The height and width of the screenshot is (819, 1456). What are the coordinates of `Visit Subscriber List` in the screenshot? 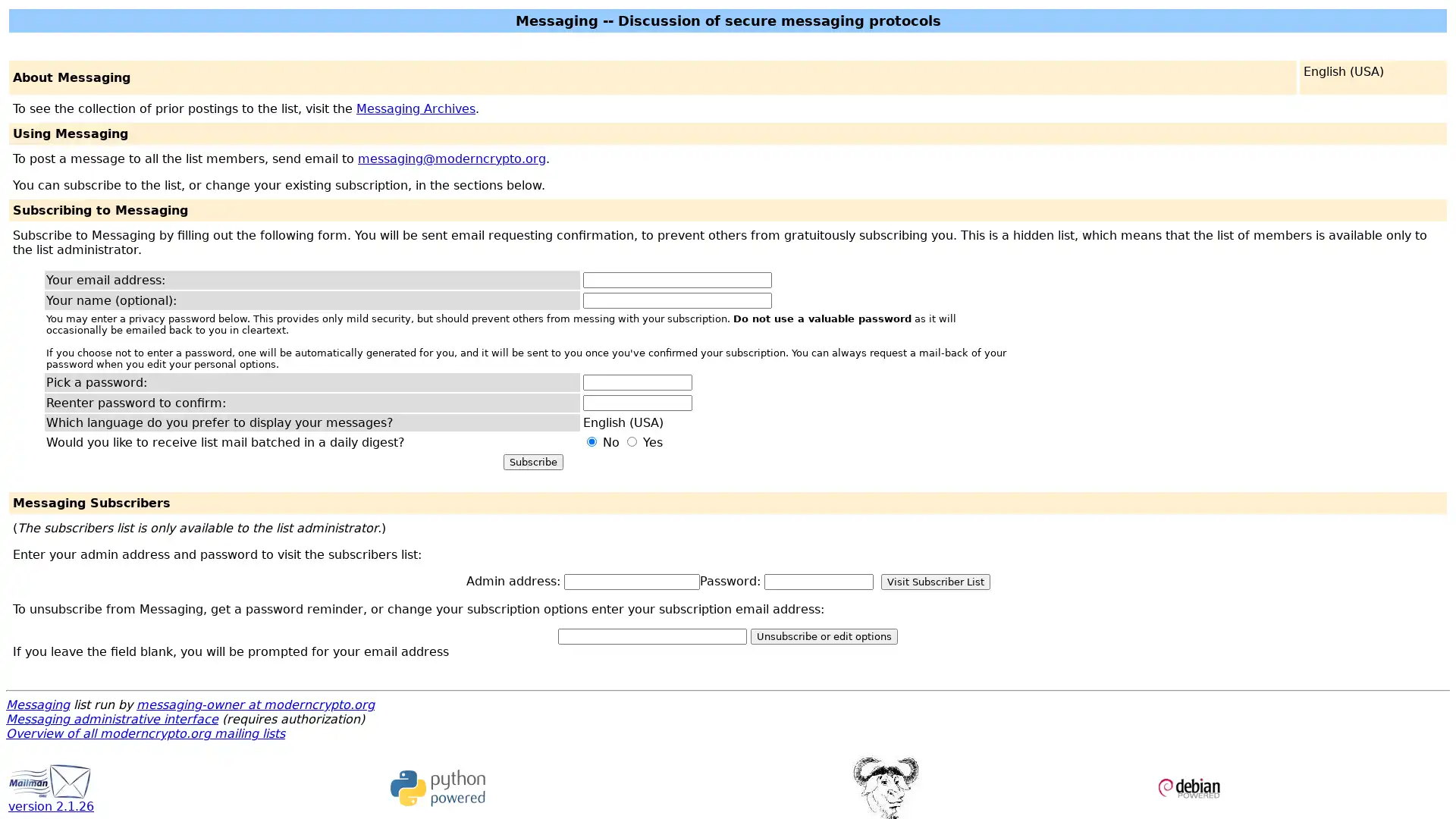 It's located at (934, 581).